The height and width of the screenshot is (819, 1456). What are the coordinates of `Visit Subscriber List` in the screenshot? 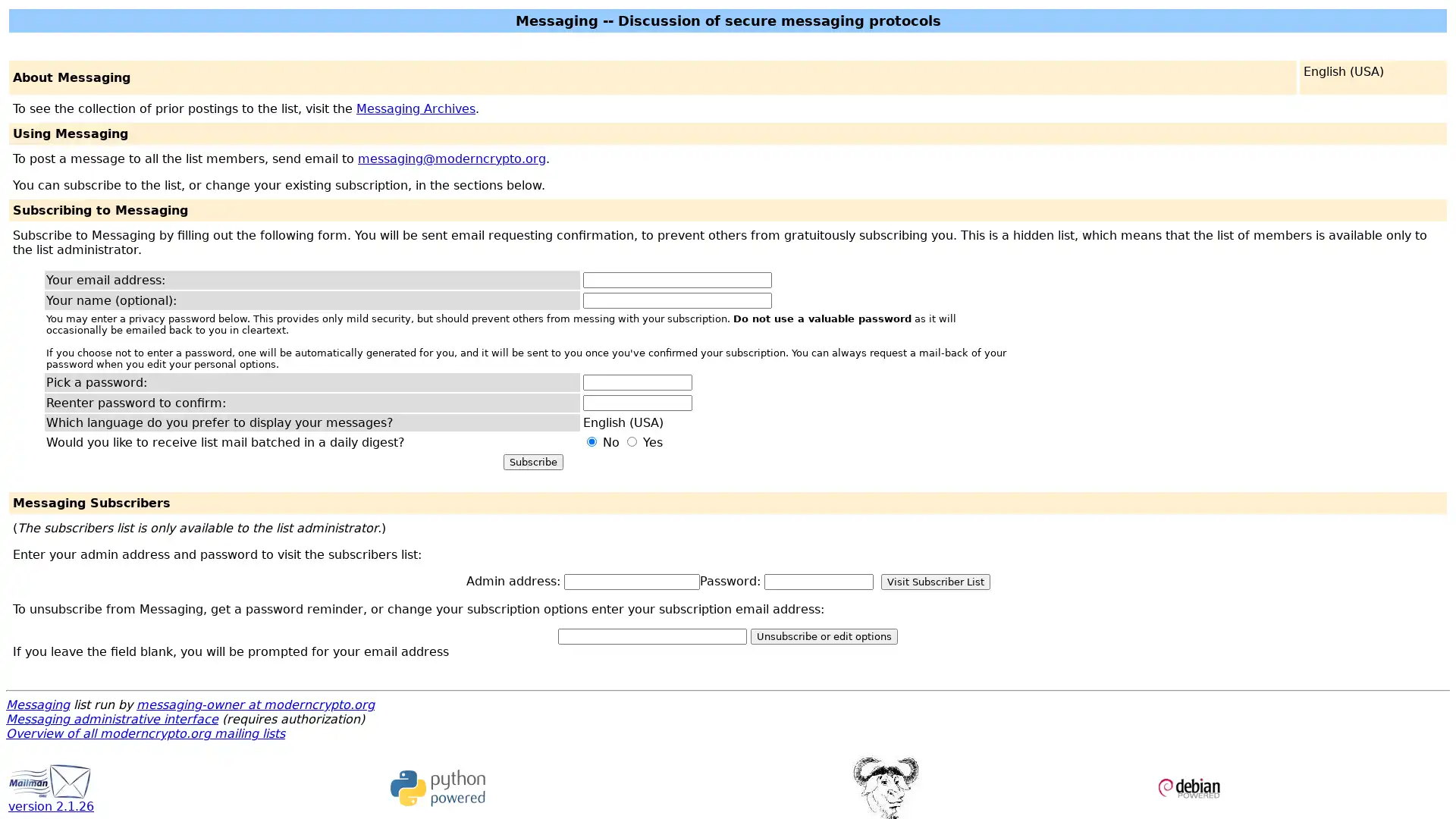 It's located at (934, 581).